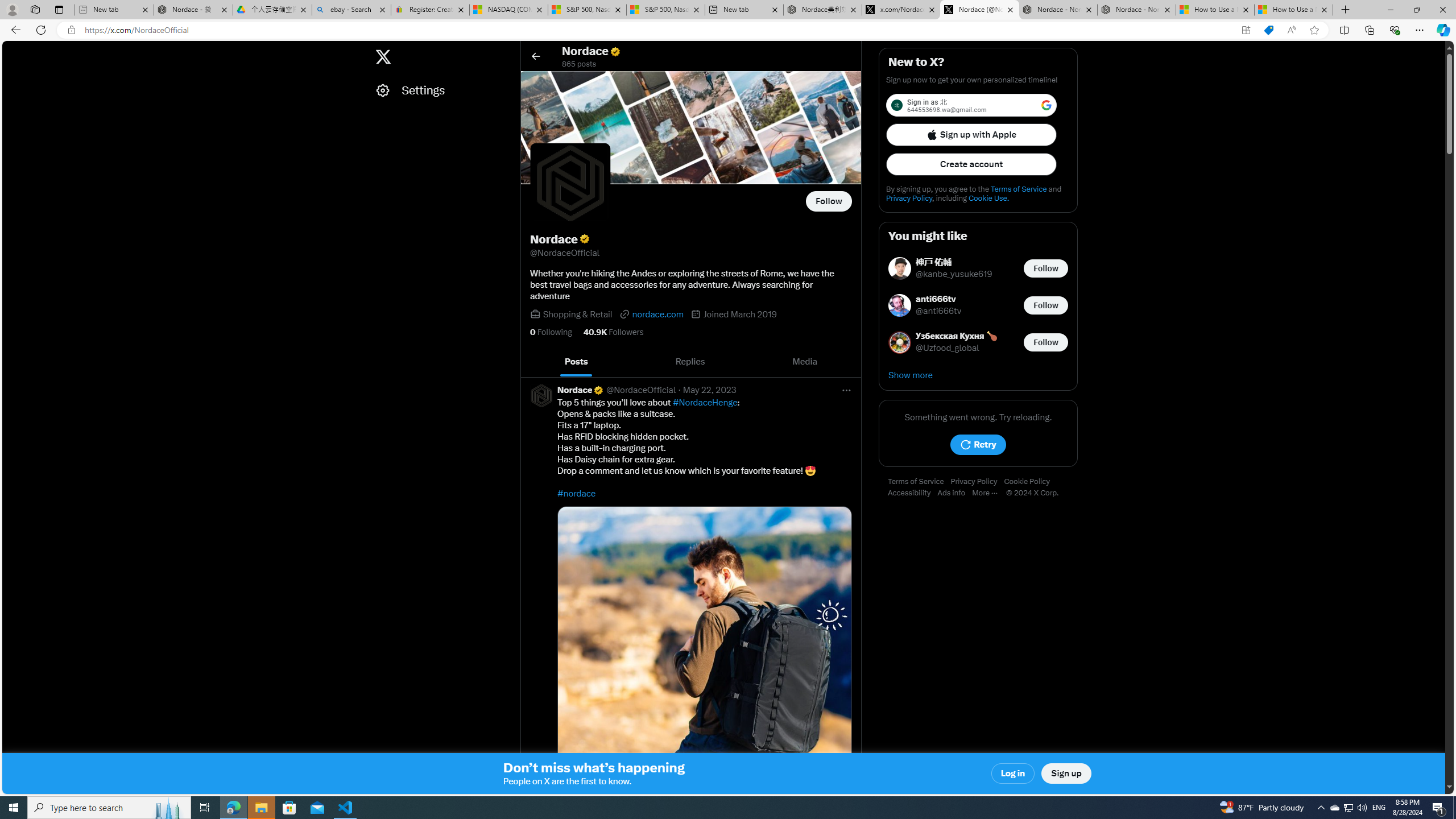 The width and height of the screenshot is (1456, 819). I want to click on 'x.com/NordaceOfficial', so click(900, 9).